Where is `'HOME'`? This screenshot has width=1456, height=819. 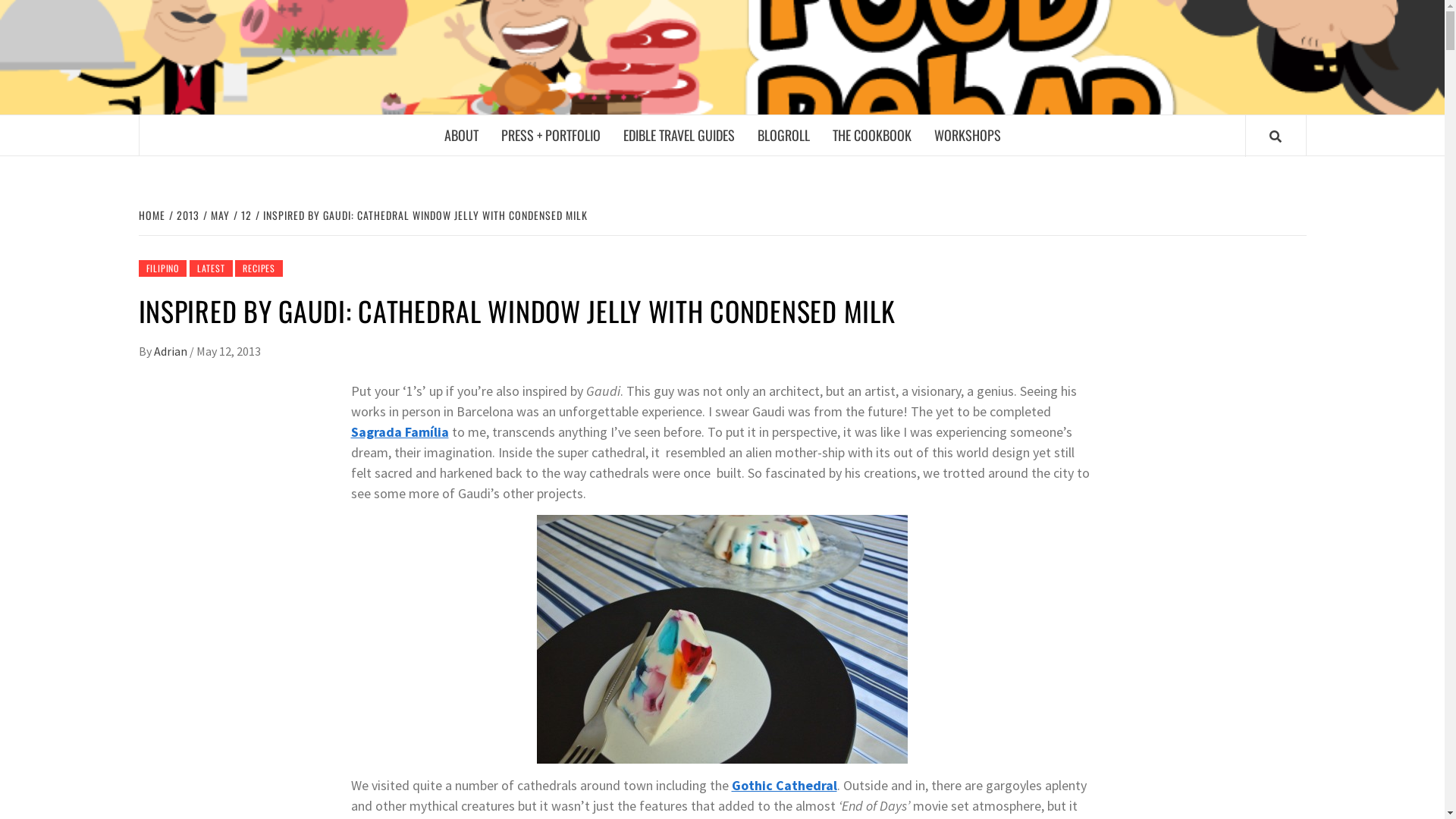 'HOME' is located at coordinates (138, 215).